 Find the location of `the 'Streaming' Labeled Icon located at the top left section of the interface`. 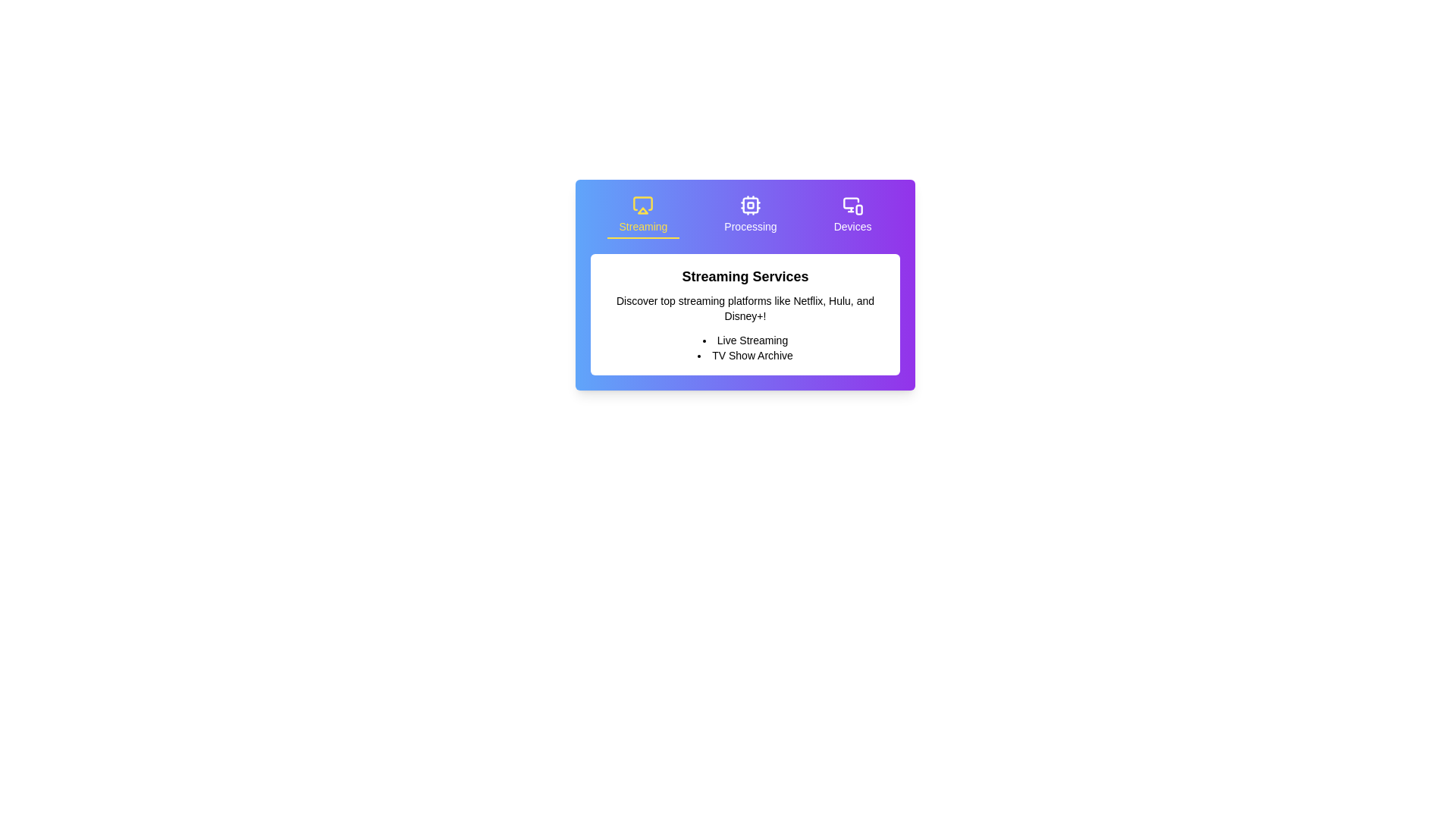

the 'Streaming' Labeled Icon located at the top left section of the interface is located at coordinates (643, 214).